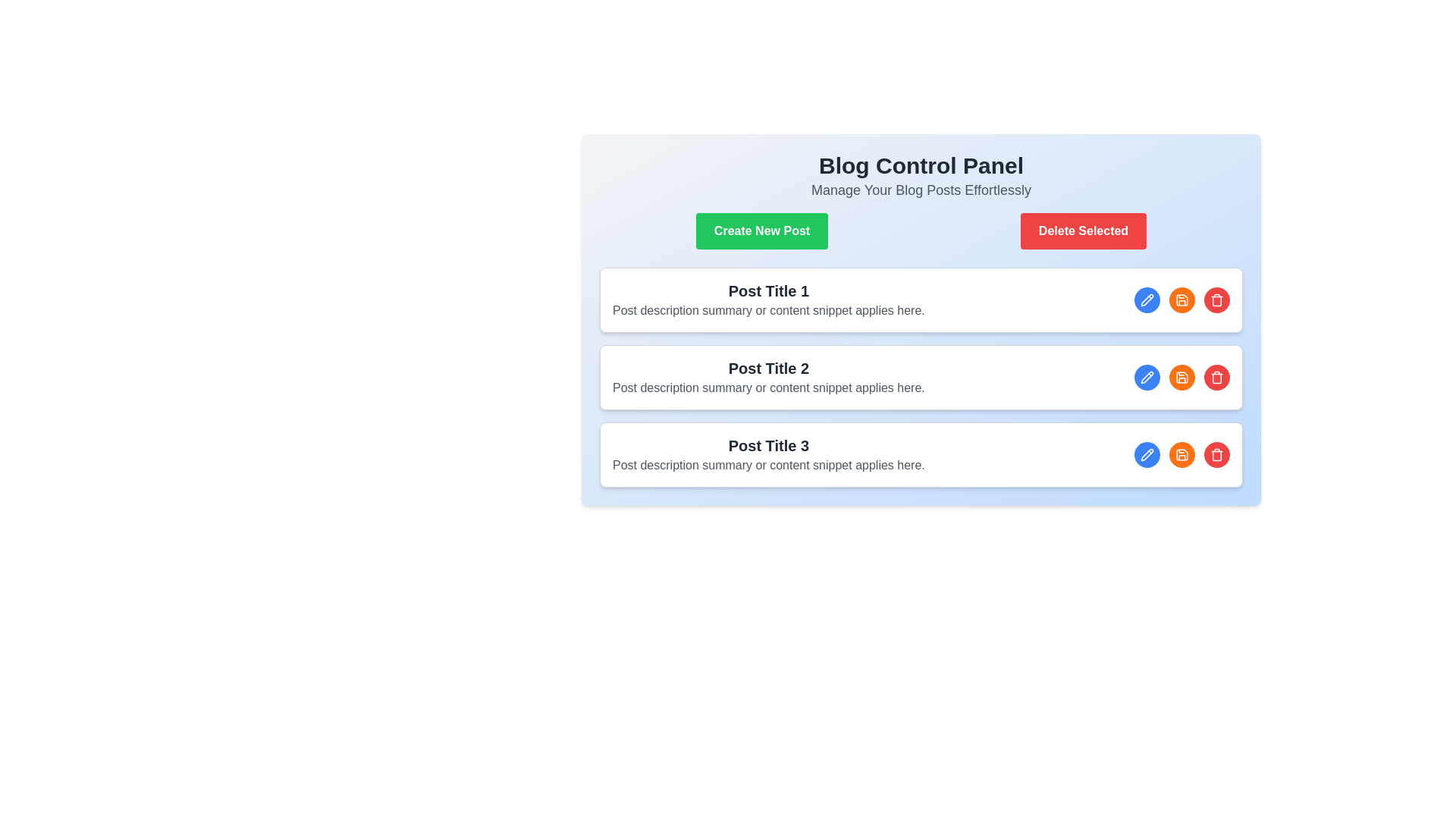 The image size is (1456, 819). What do you see at coordinates (1181, 454) in the screenshot?
I see `the 'Save' button, which is the middle button in a row of three action buttons (Edit, Save, Delete)` at bounding box center [1181, 454].